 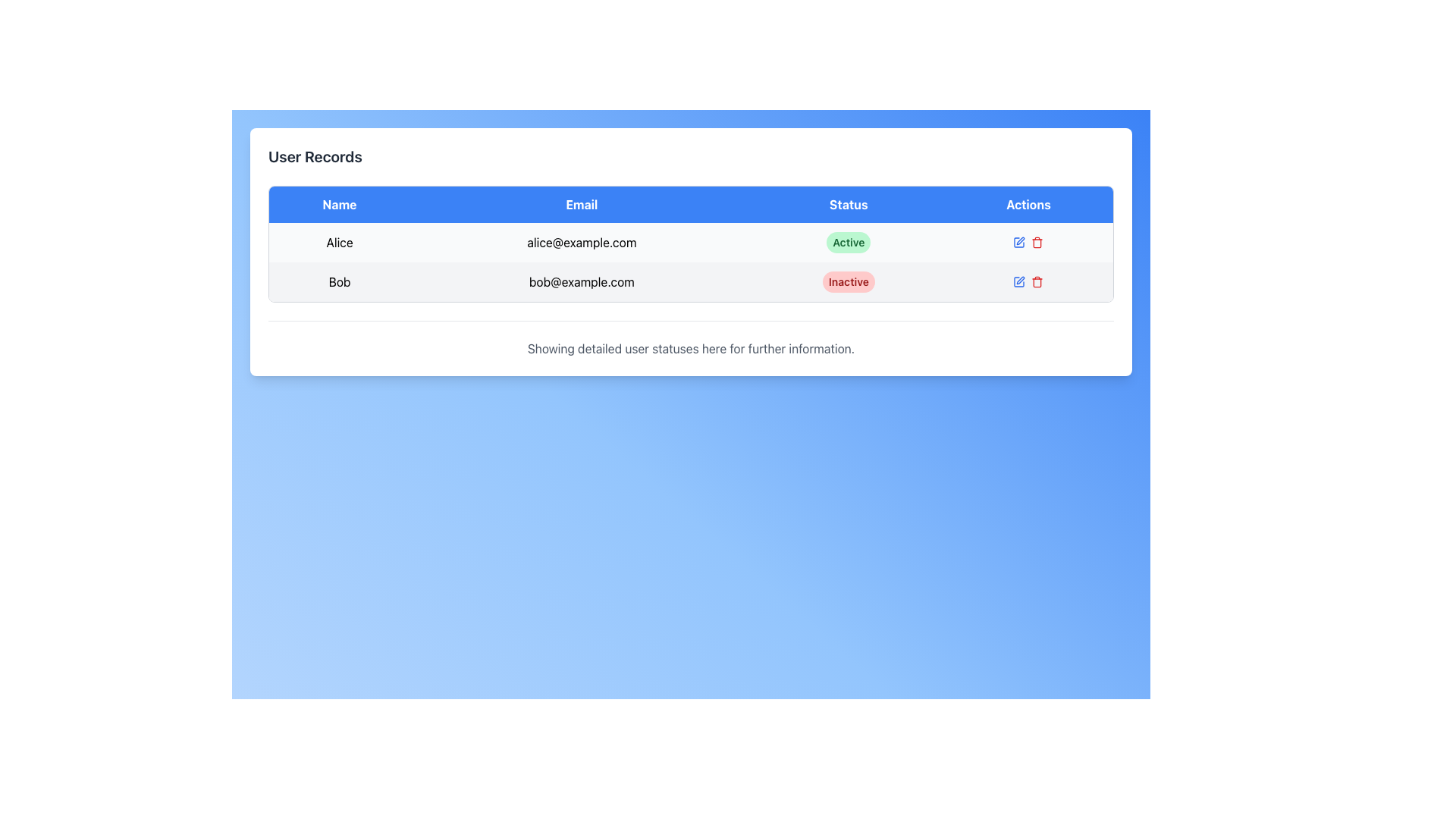 What do you see at coordinates (1037, 242) in the screenshot?
I see `the delete button` at bounding box center [1037, 242].